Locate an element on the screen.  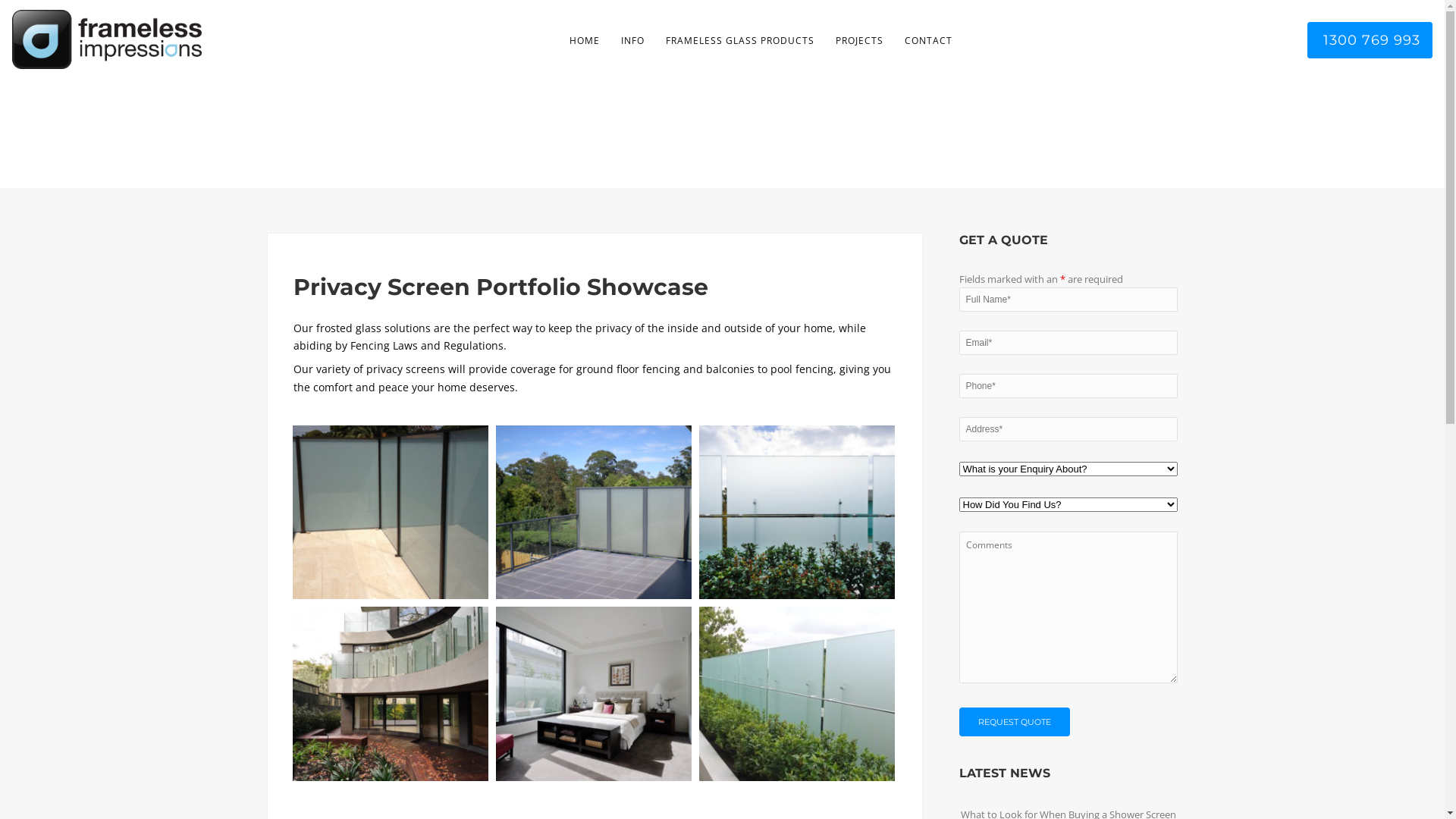
'INFO' is located at coordinates (632, 40).